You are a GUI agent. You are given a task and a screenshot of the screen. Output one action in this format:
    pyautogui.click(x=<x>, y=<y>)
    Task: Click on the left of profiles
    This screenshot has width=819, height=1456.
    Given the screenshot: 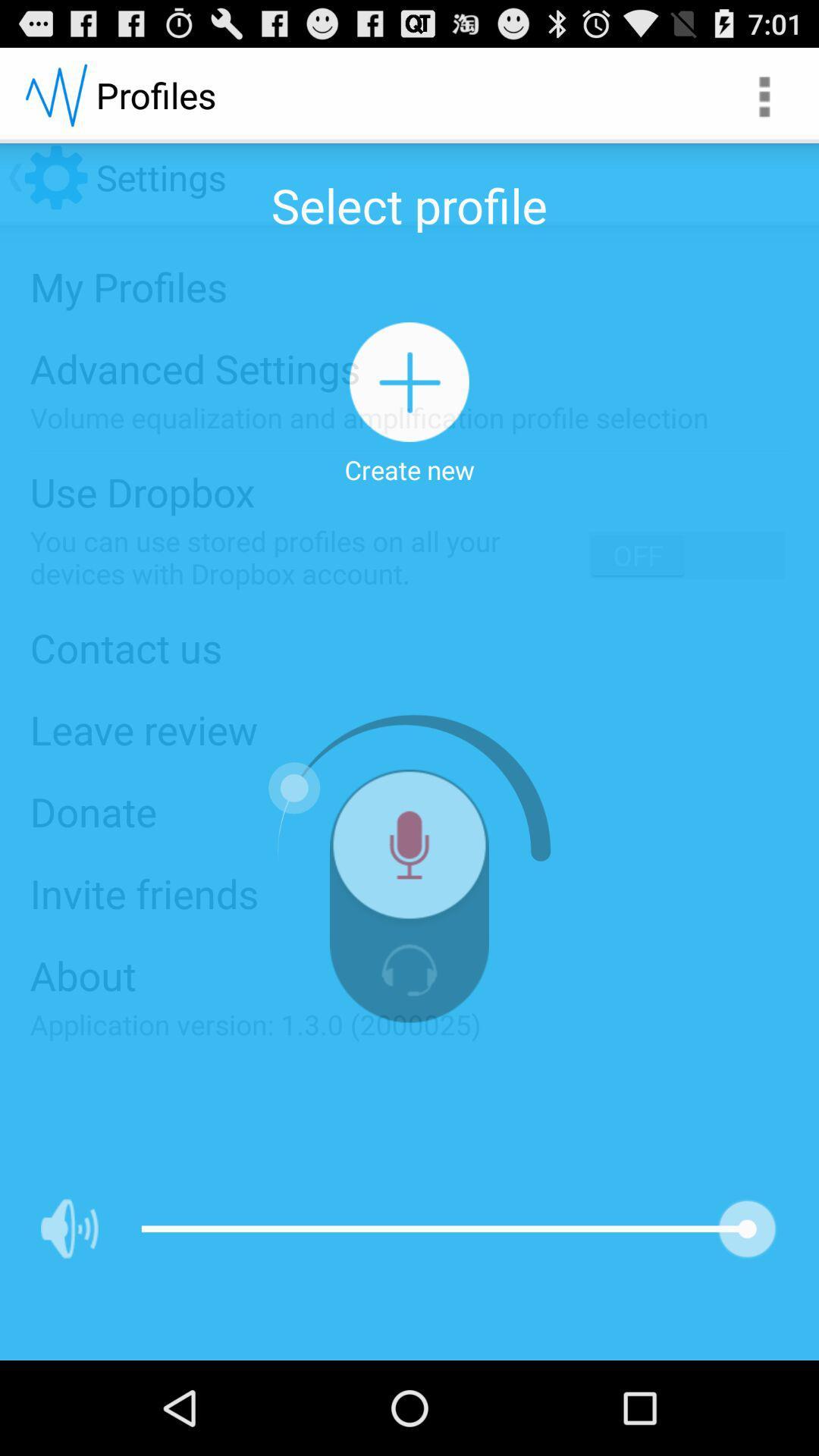 What is the action you would take?
    pyautogui.click(x=55, y=94)
    